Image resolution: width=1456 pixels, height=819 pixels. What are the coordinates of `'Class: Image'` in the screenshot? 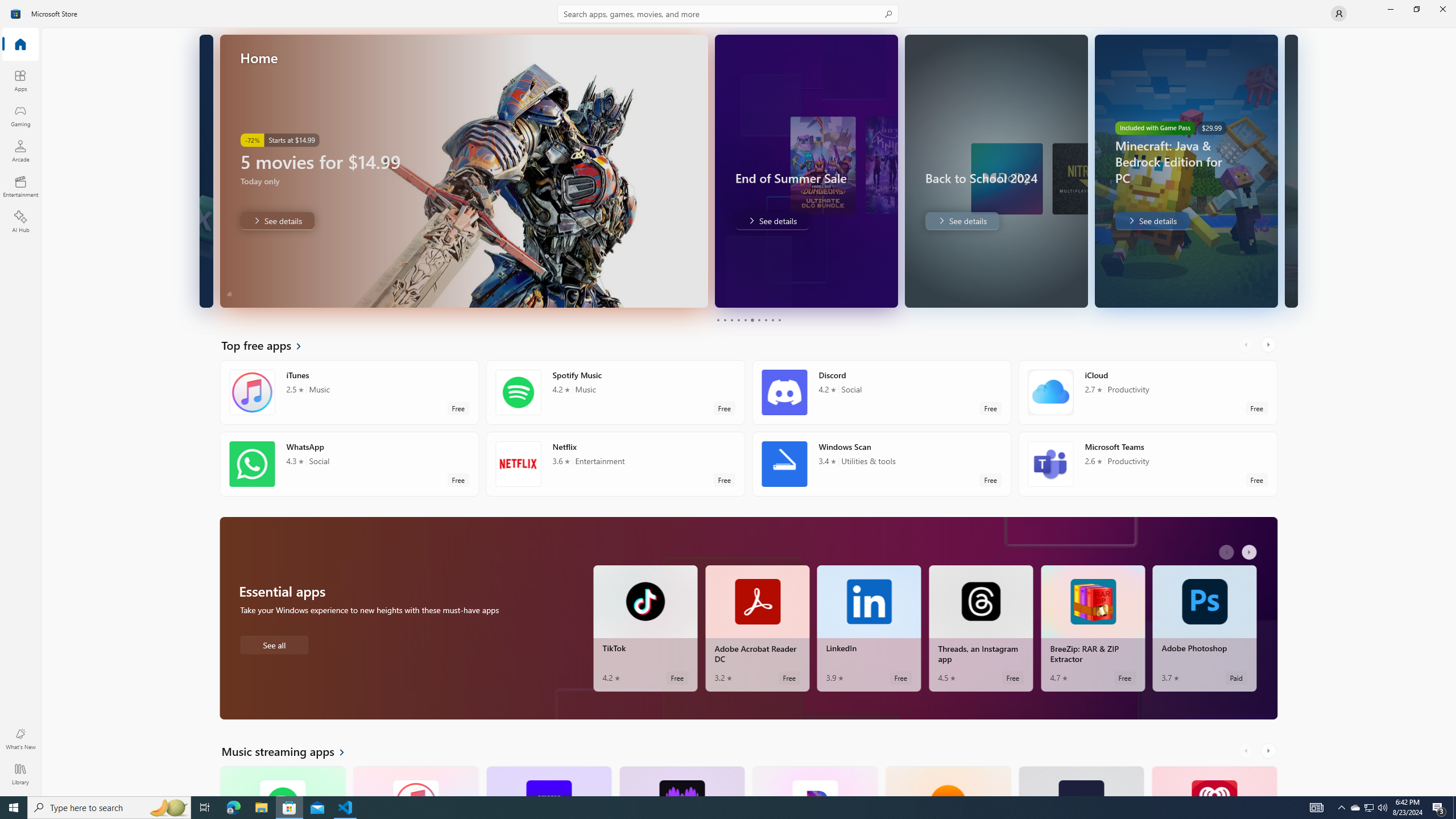 It's located at (16, 13).